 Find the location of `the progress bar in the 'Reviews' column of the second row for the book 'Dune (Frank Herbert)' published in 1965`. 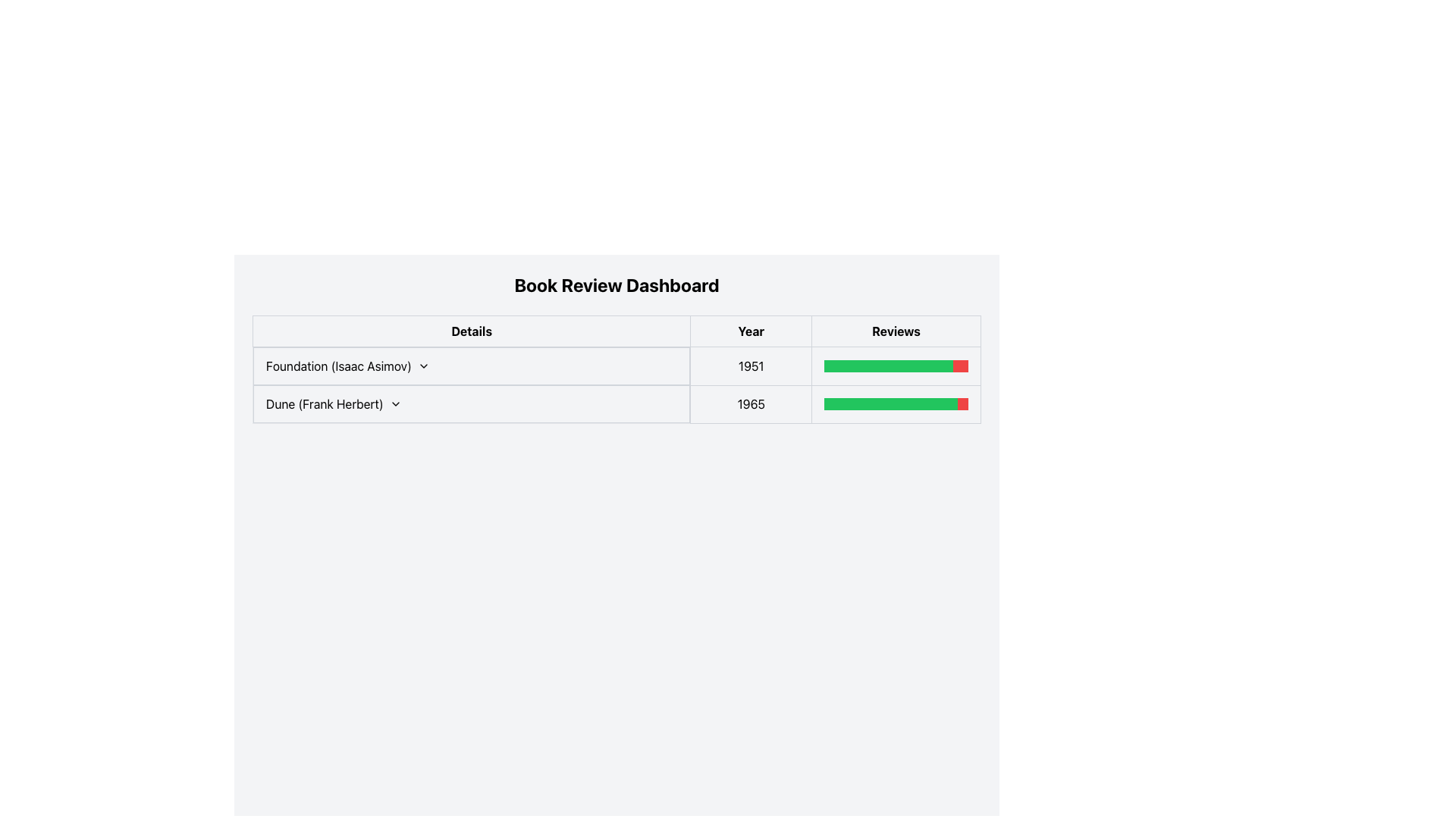

the progress bar in the 'Reviews' column of the second row for the book 'Dune (Frank Herbert)' published in 1965 is located at coordinates (896, 403).